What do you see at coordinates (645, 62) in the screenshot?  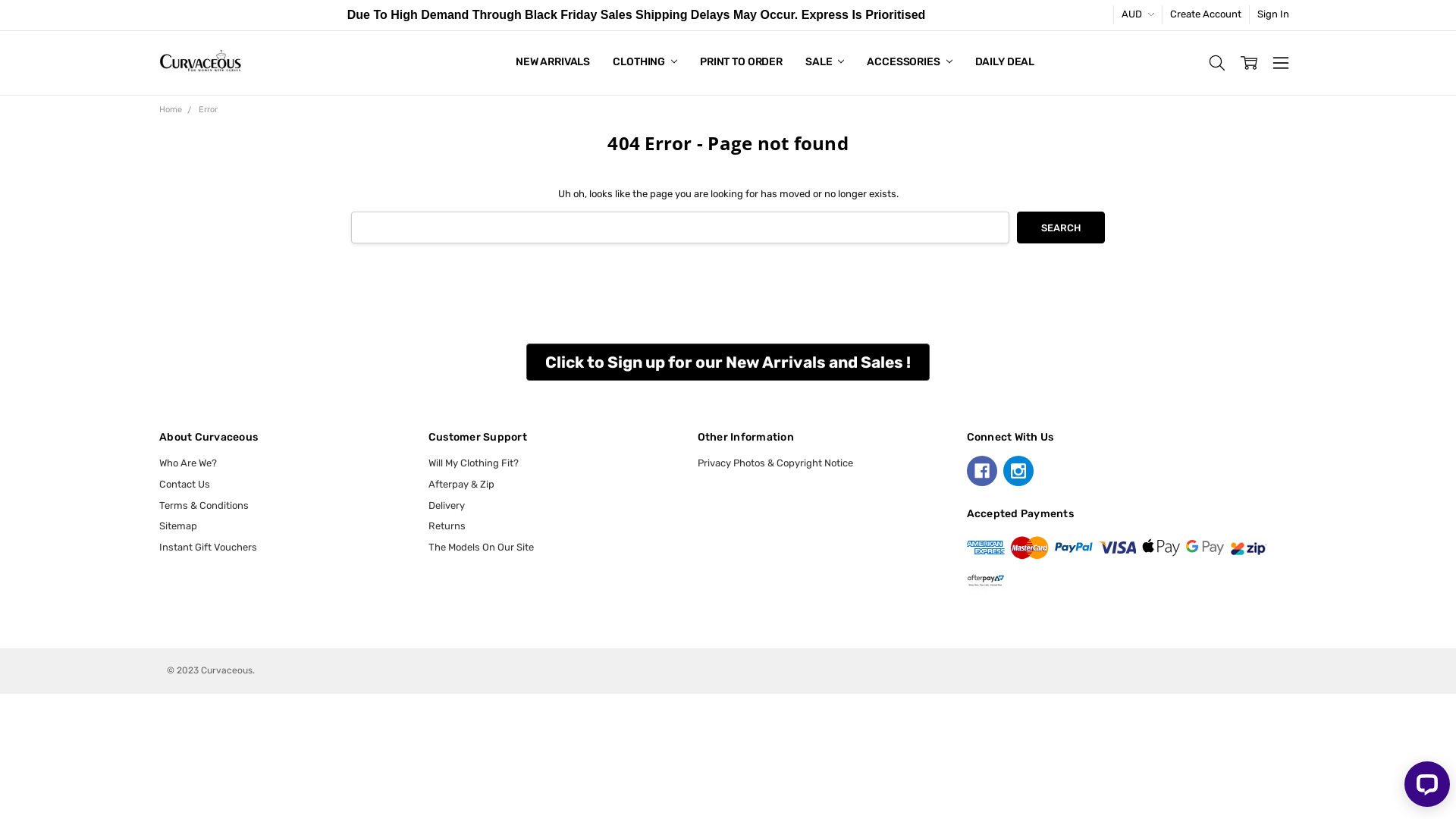 I see `'CLOTHING'` at bounding box center [645, 62].